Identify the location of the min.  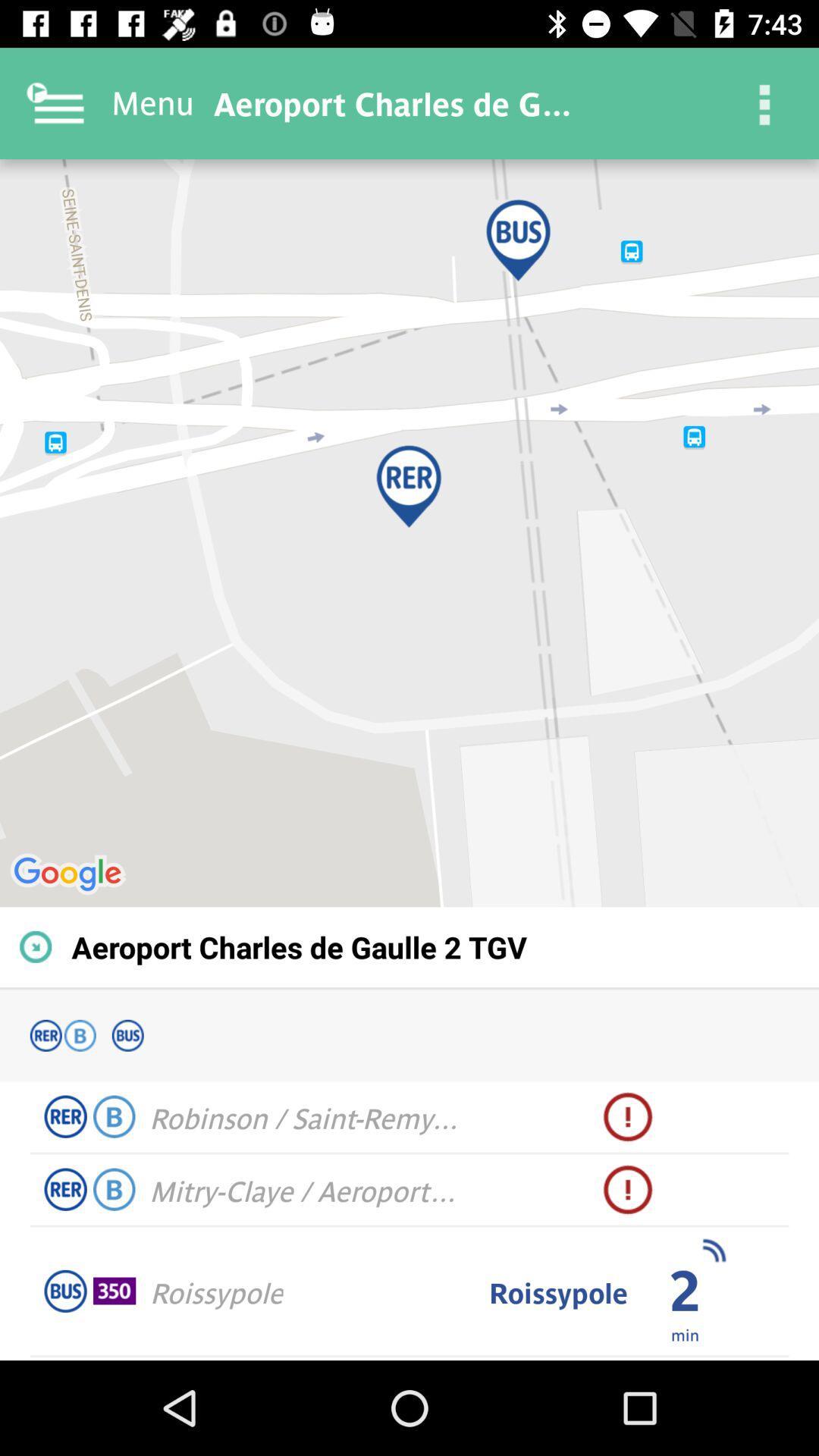
(685, 1333).